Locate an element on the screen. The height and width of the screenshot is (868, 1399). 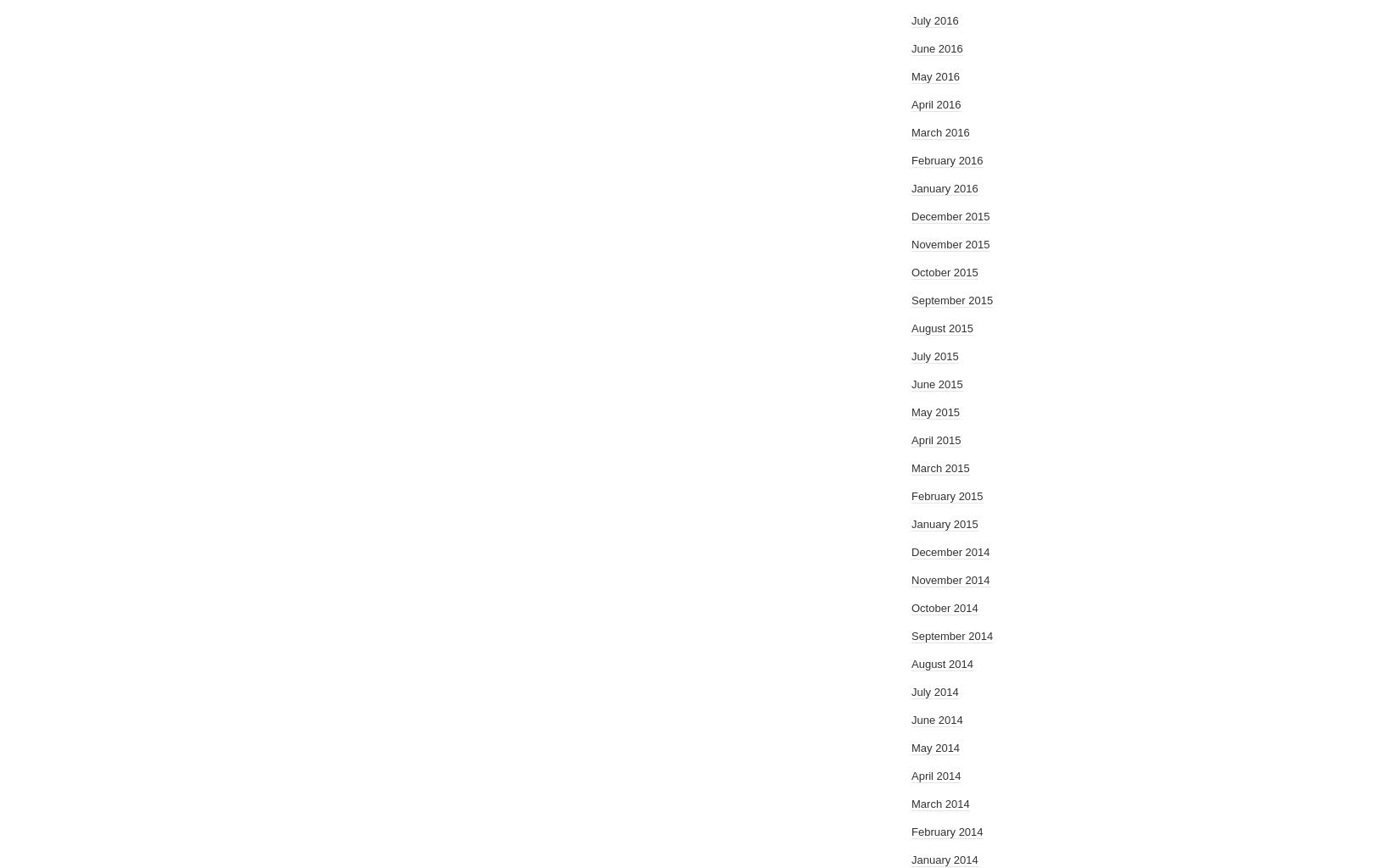
'April 2015' is located at coordinates (936, 440).